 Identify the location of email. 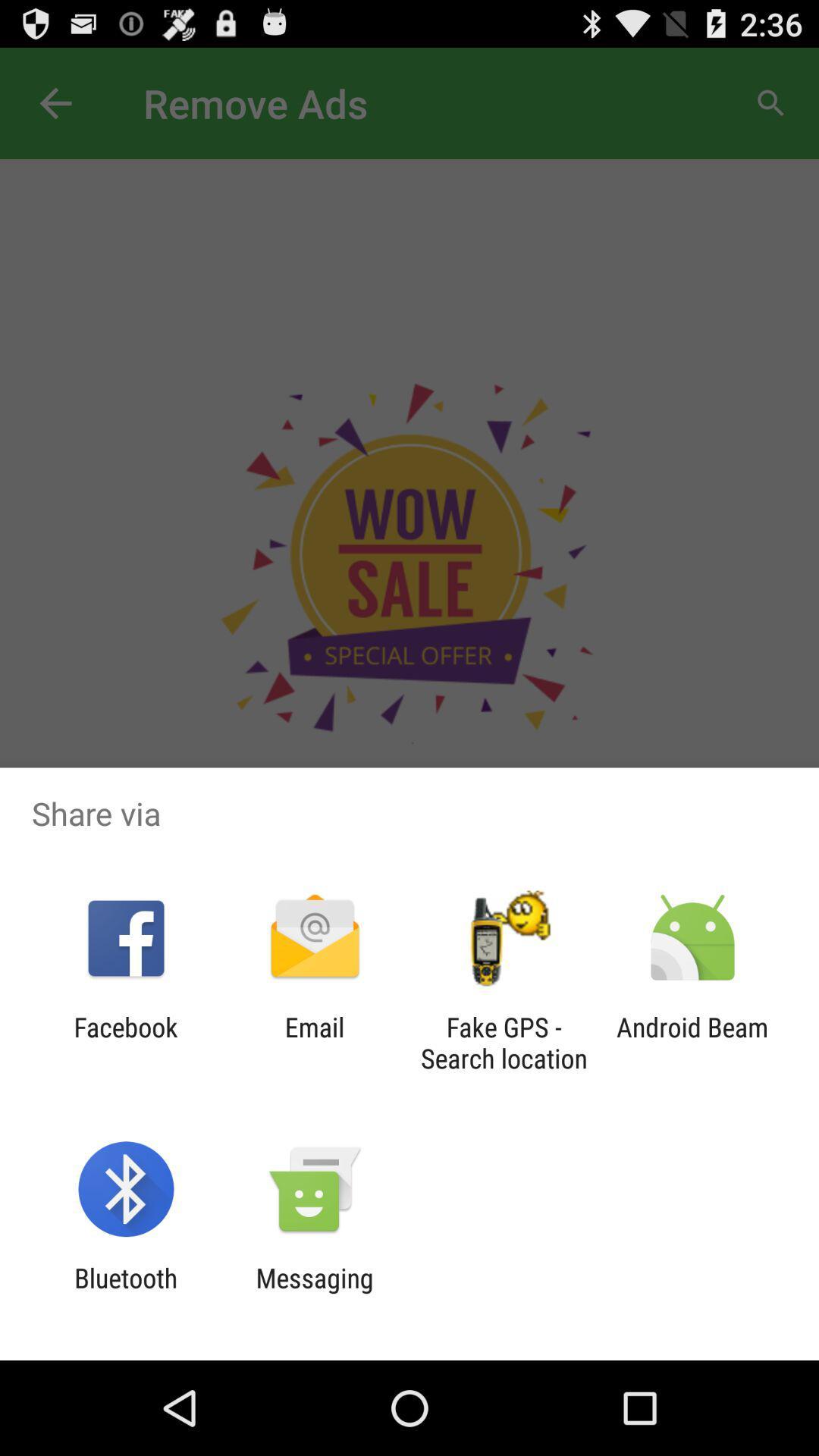
(314, 1042).